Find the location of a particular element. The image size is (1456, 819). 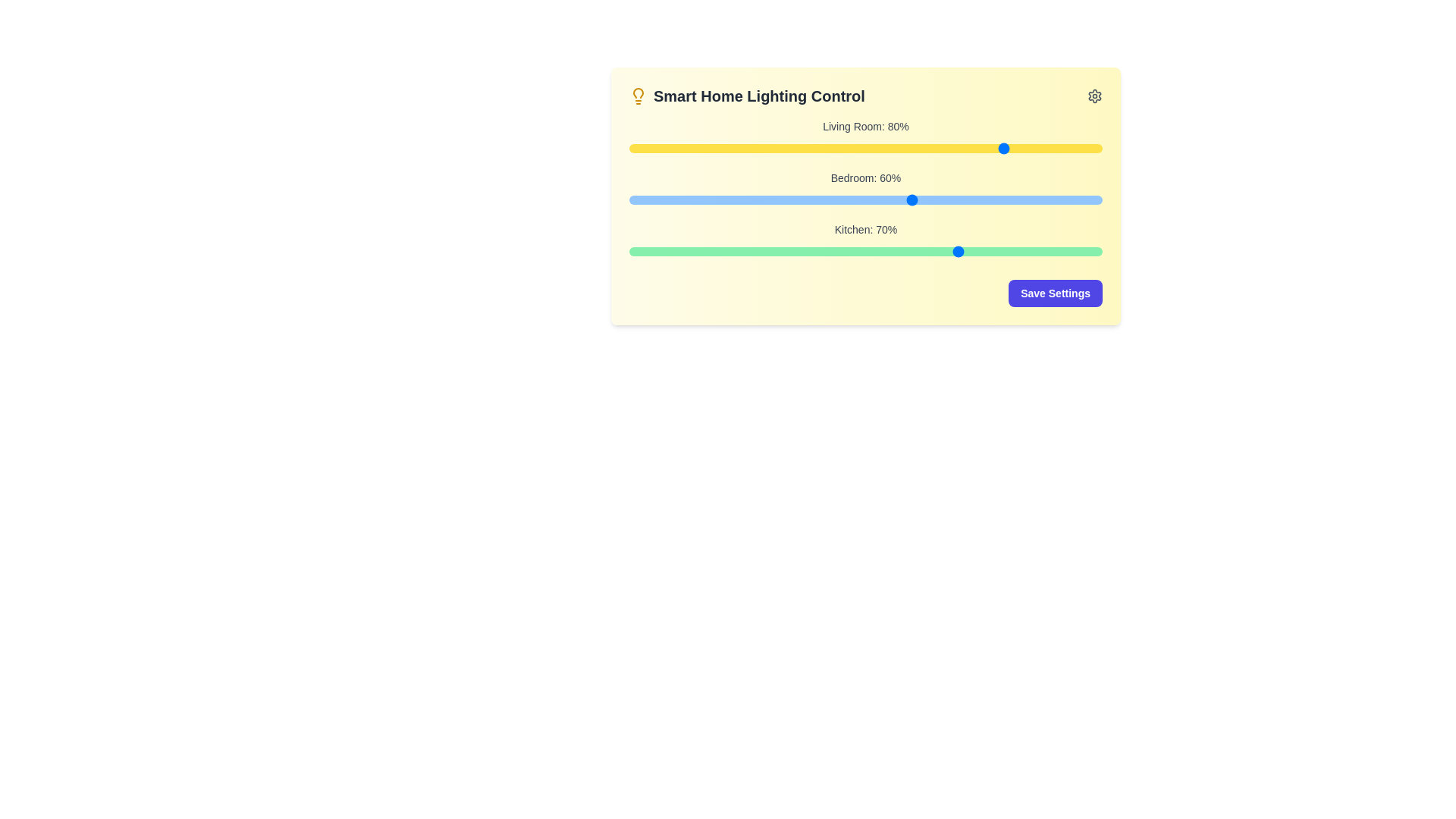

the yellow track of the slider labeled 'Living Room: 80%' to change the handle's position is located at coordinates (866, 149).